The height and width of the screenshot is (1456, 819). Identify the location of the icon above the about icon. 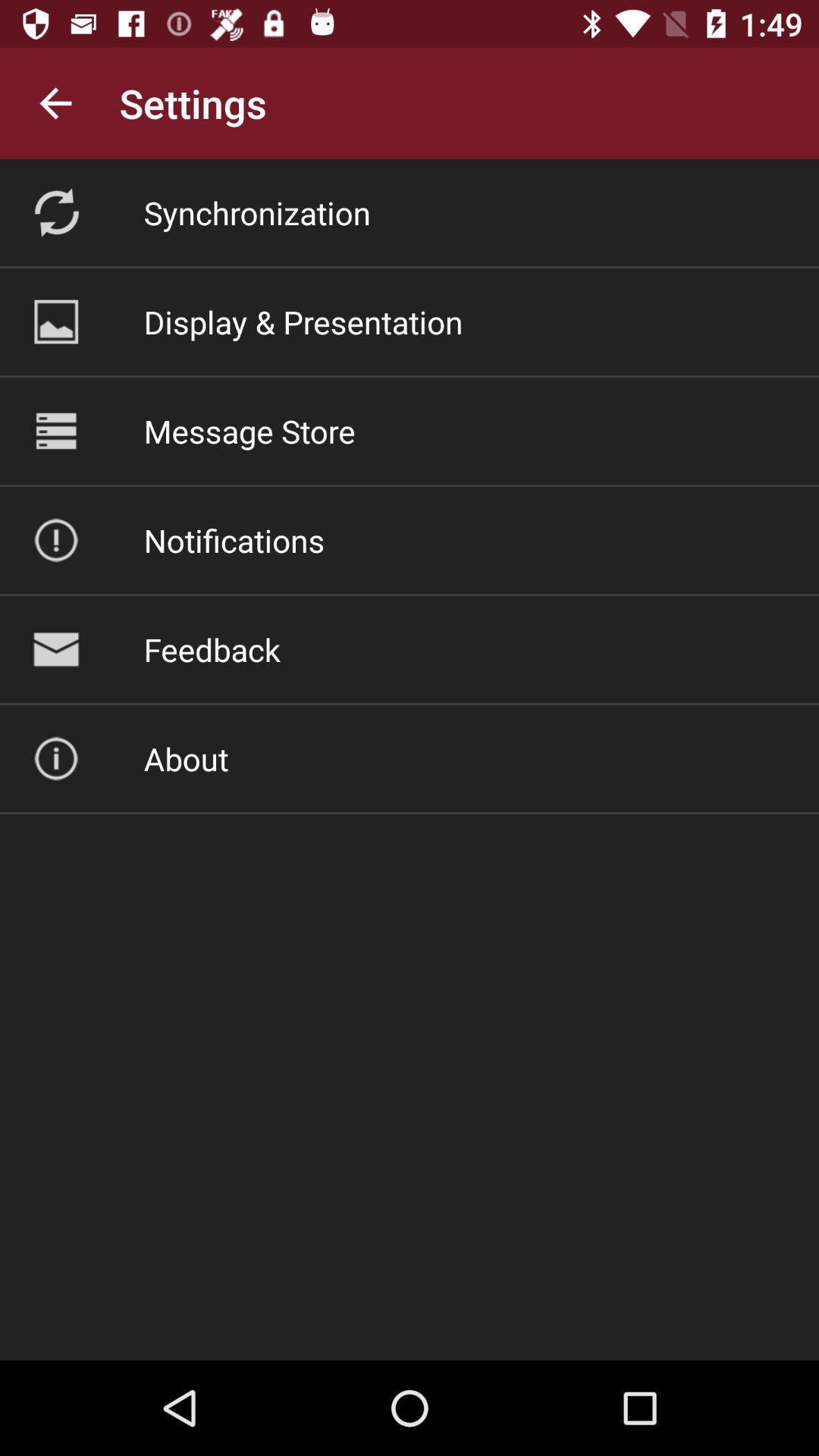
(212, 649).